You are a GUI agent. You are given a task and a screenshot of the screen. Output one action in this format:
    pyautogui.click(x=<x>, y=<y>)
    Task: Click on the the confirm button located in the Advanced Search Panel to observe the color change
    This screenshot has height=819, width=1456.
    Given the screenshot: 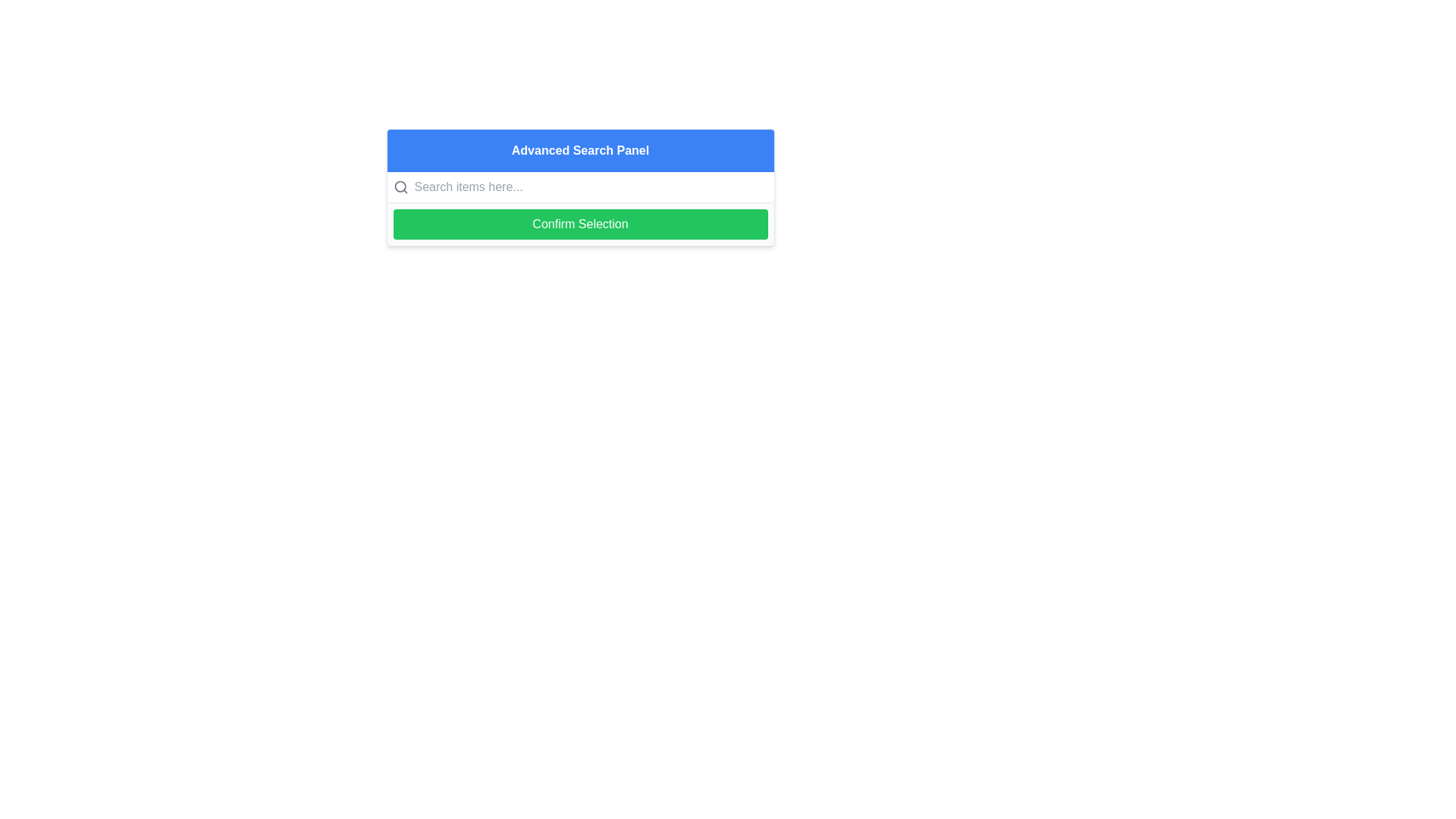 What is the action you would take?
    pyautogui.click(x=579, y=224)
    